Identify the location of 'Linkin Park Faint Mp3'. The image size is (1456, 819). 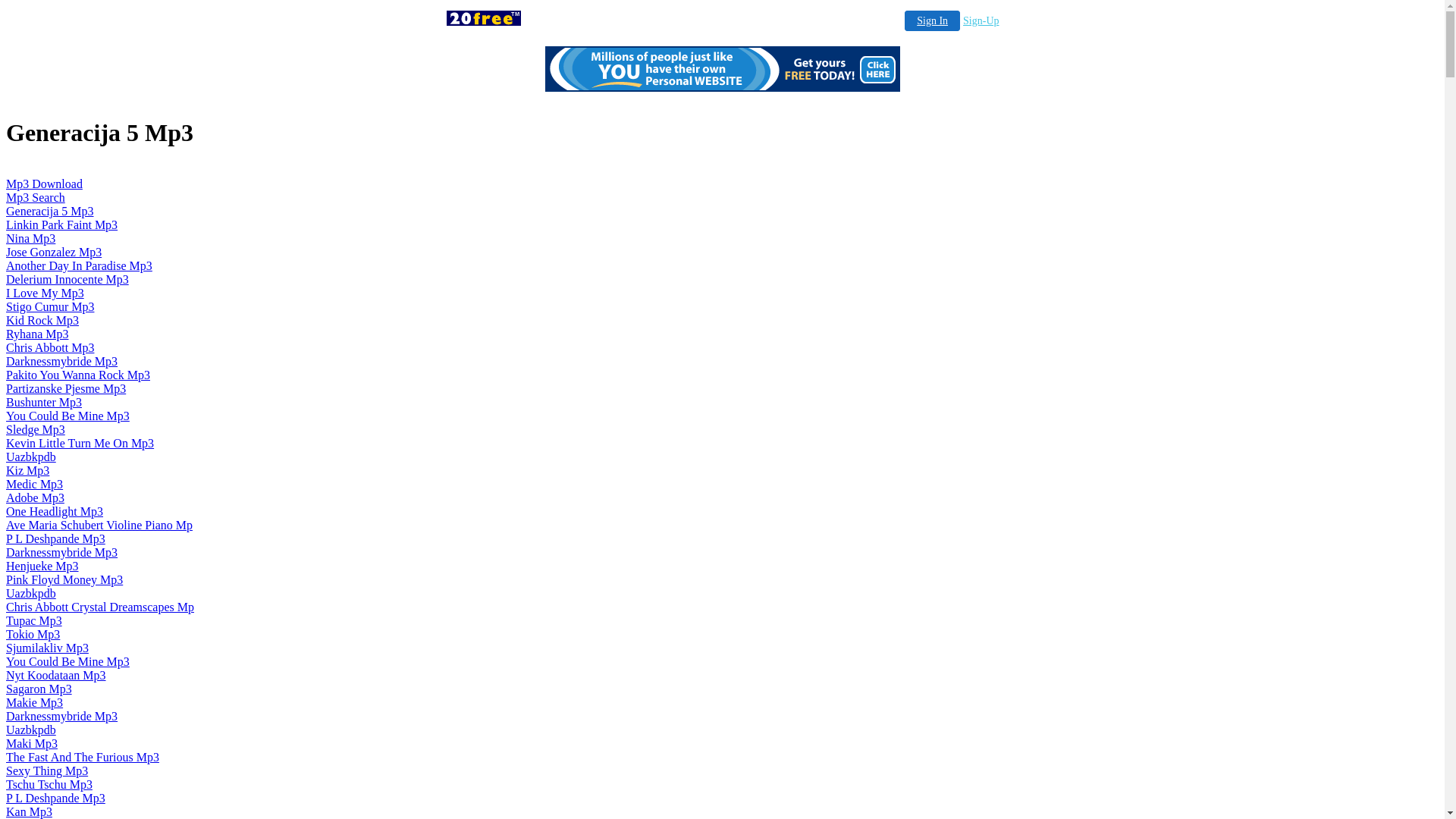
(61, 224).